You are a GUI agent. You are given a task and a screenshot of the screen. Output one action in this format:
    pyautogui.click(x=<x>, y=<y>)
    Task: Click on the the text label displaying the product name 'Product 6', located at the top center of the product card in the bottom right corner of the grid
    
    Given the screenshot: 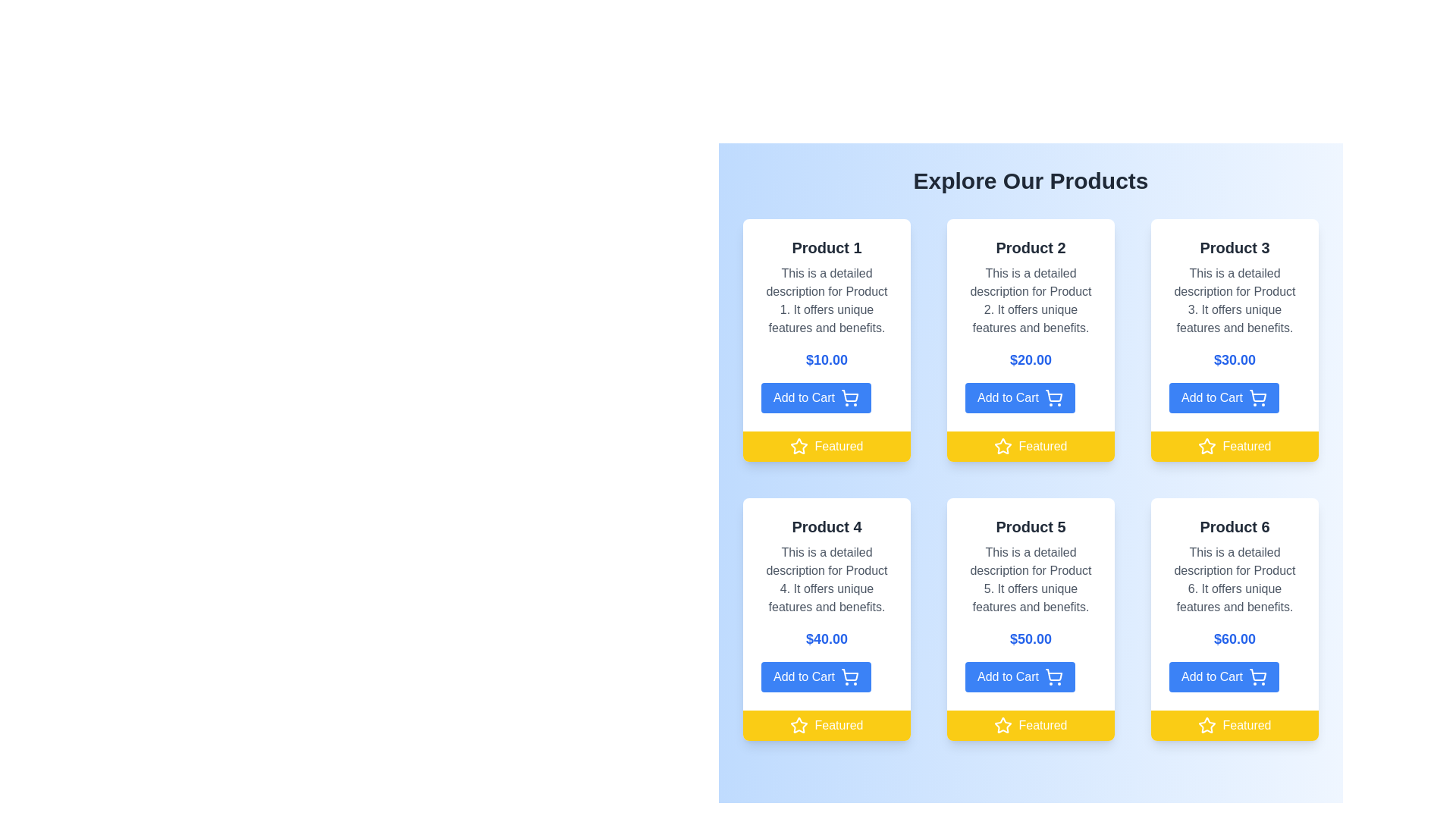 What is the action you would take?
    pyautogui.click(x=1235, y=526)
    